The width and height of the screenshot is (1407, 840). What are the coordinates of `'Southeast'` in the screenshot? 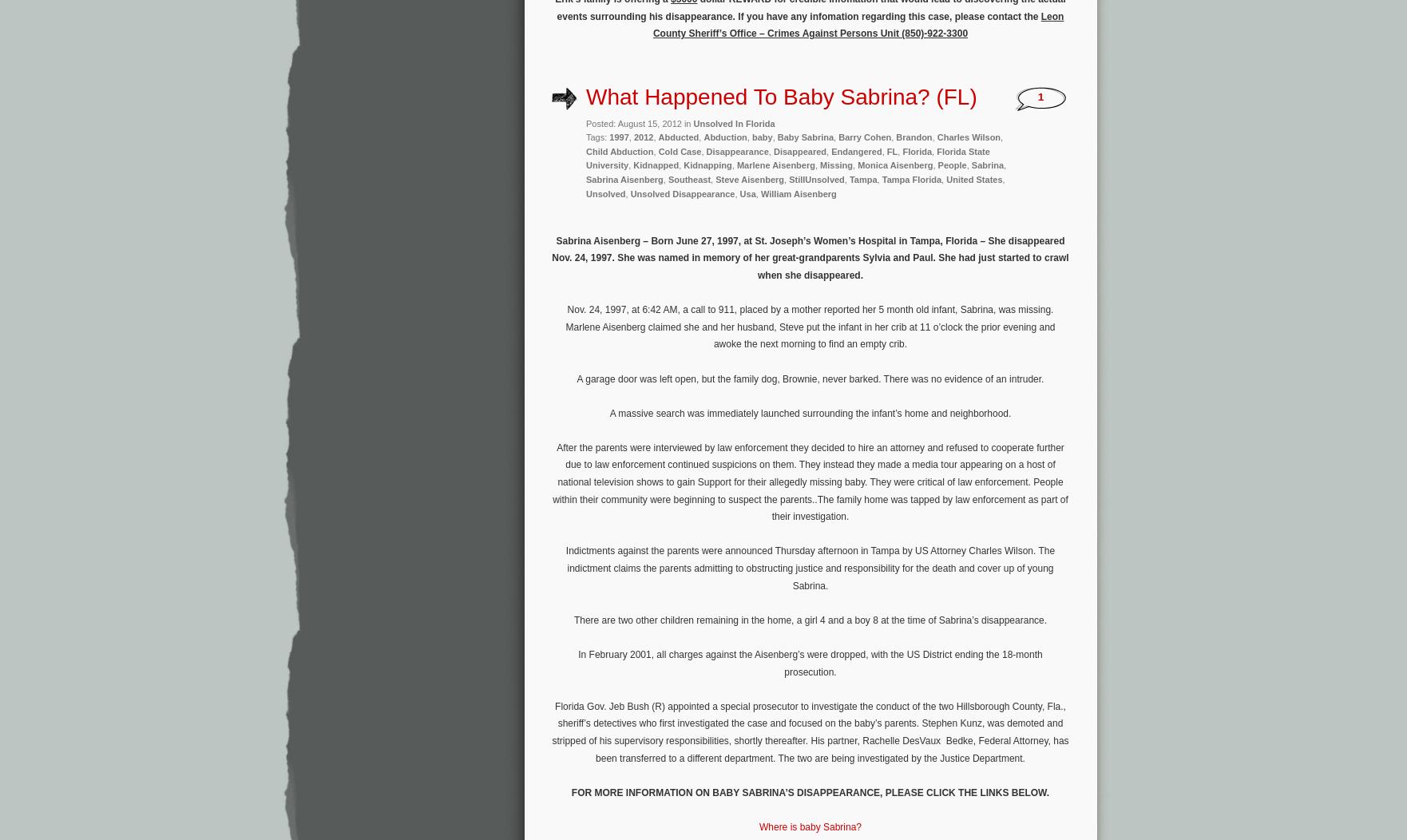 It's located at (667, 177).